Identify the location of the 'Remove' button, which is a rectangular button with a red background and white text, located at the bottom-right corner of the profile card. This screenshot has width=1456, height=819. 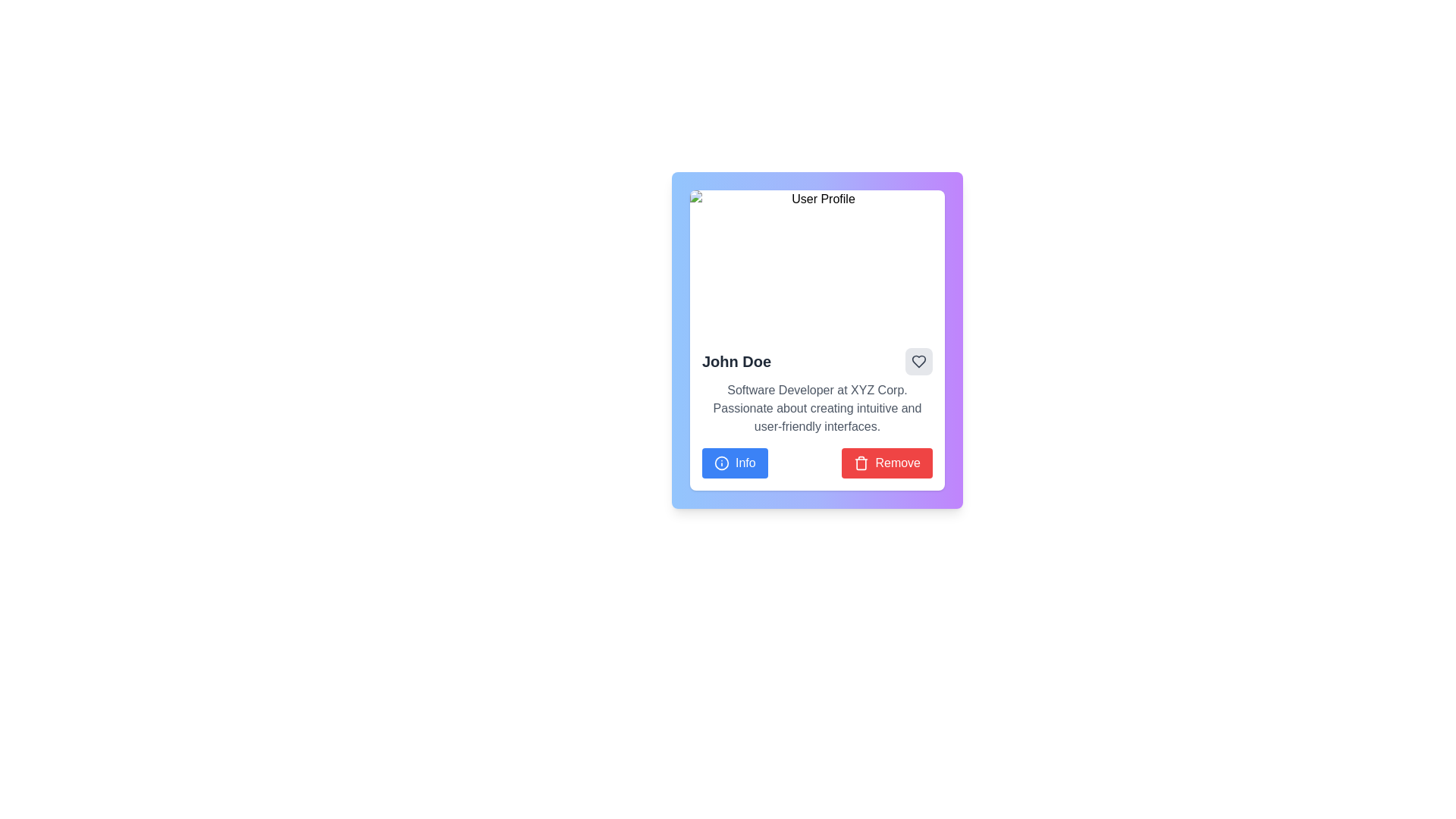
(887, 462).